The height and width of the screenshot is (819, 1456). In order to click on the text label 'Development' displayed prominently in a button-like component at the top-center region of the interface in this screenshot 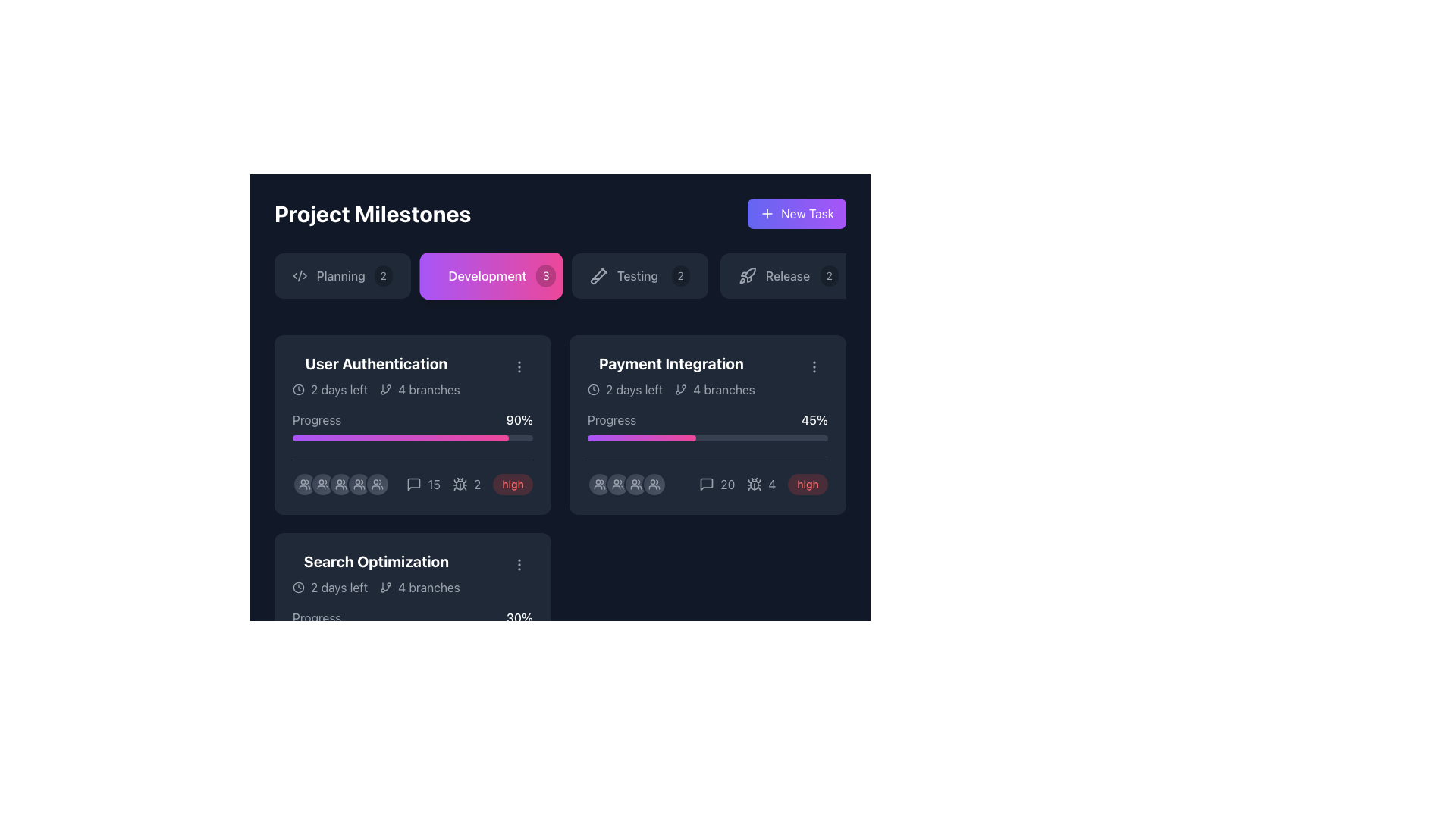, I will do `click(487, 275)`.